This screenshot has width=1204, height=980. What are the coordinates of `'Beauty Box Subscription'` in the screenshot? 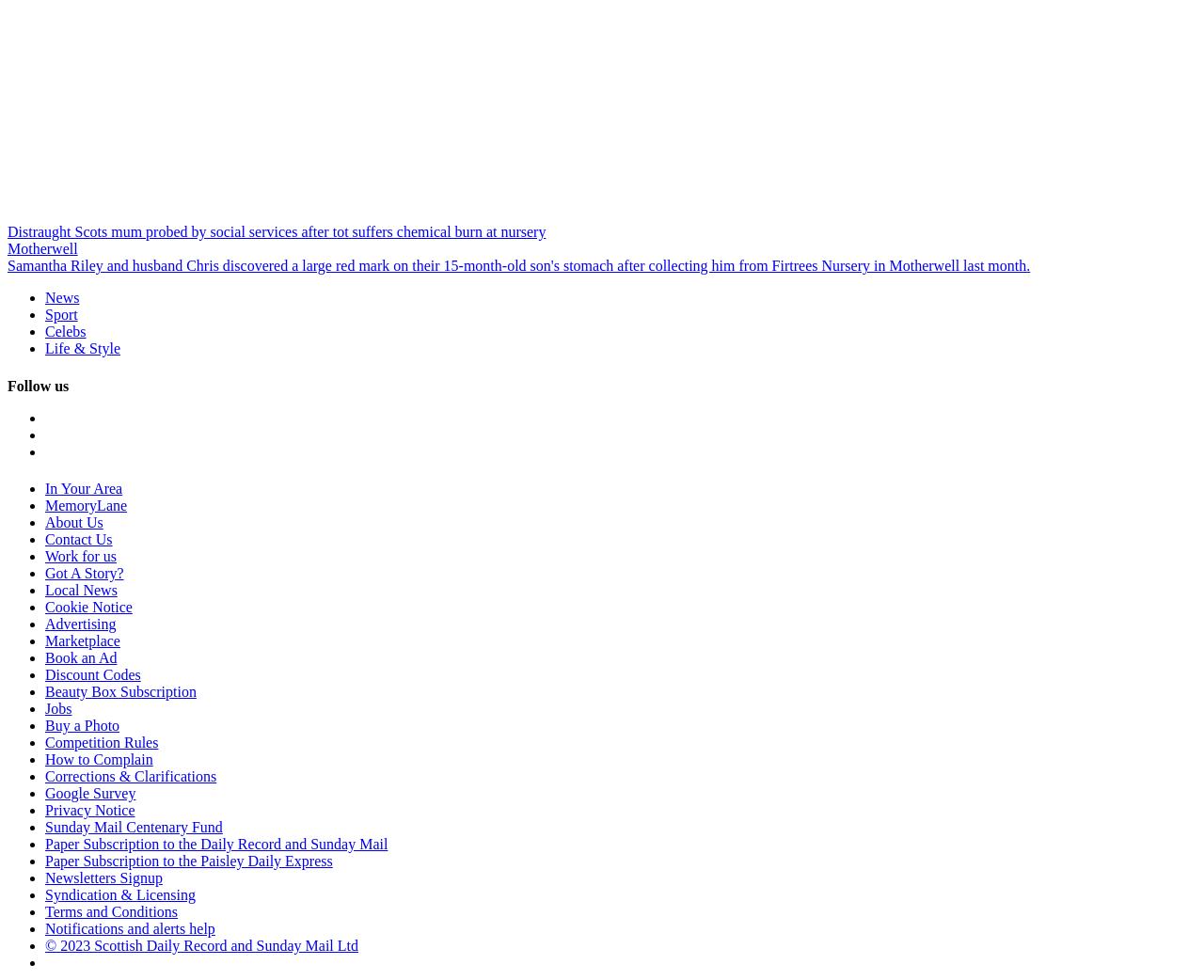 It's located at (119, 689).